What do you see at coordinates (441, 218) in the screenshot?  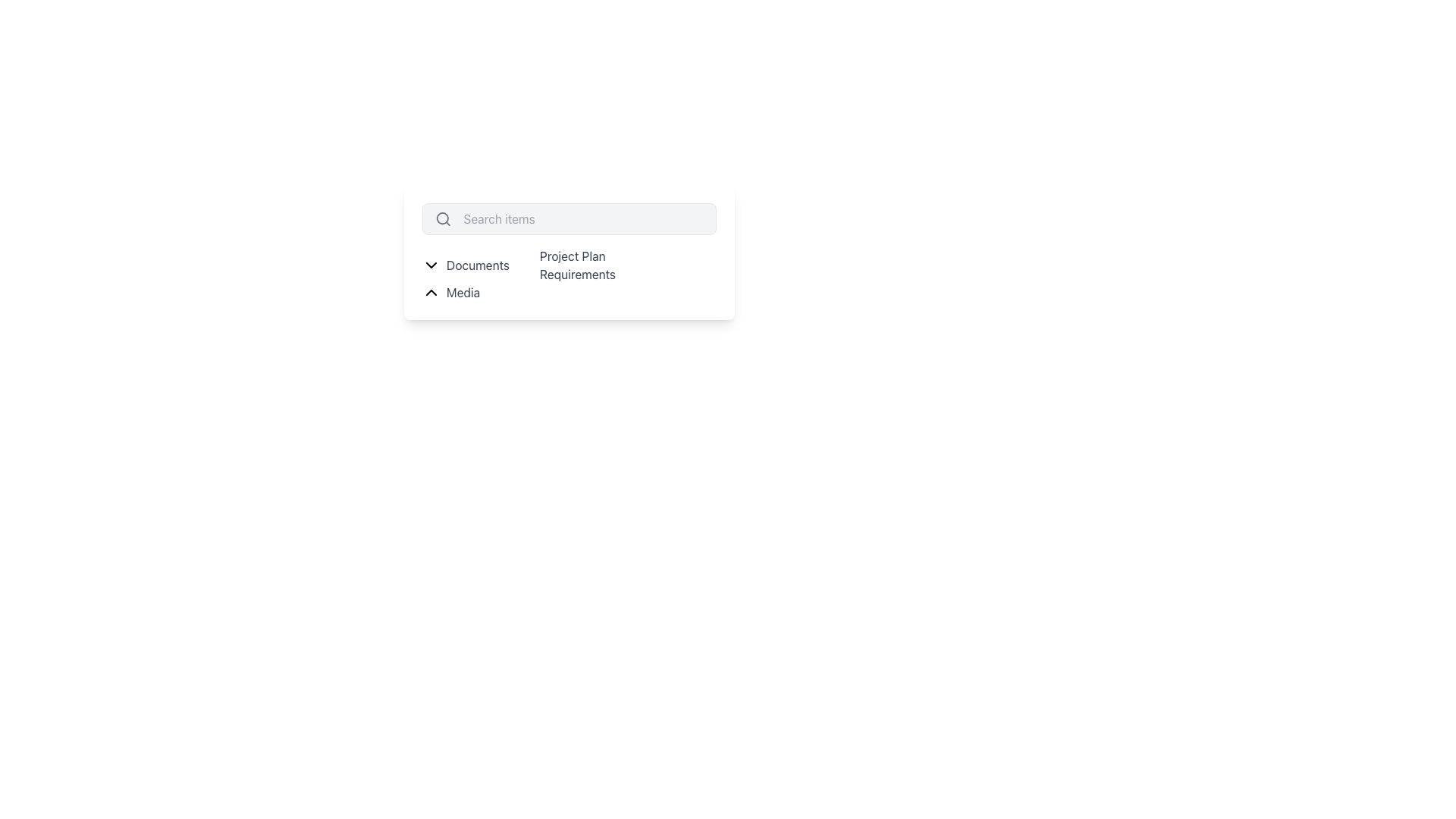 I see `the circular vector graphic within the SVG icon, which is part of the search icon in the top-left corner of the search bar` at bounding box center [441, 218].